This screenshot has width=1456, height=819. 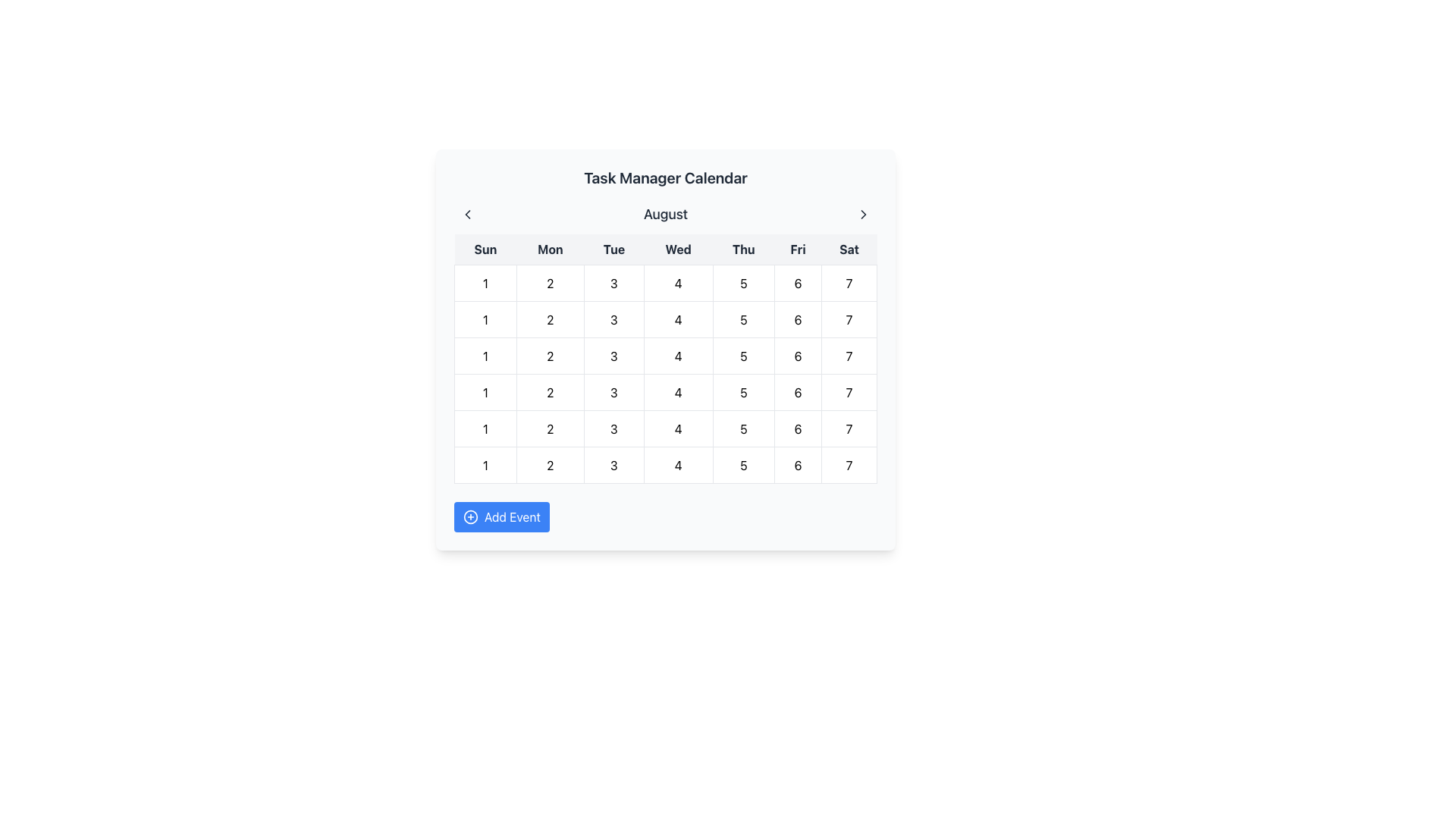 I want to click on the Text Label for Friday in the weekly calendar, so click(x=797, y=249).